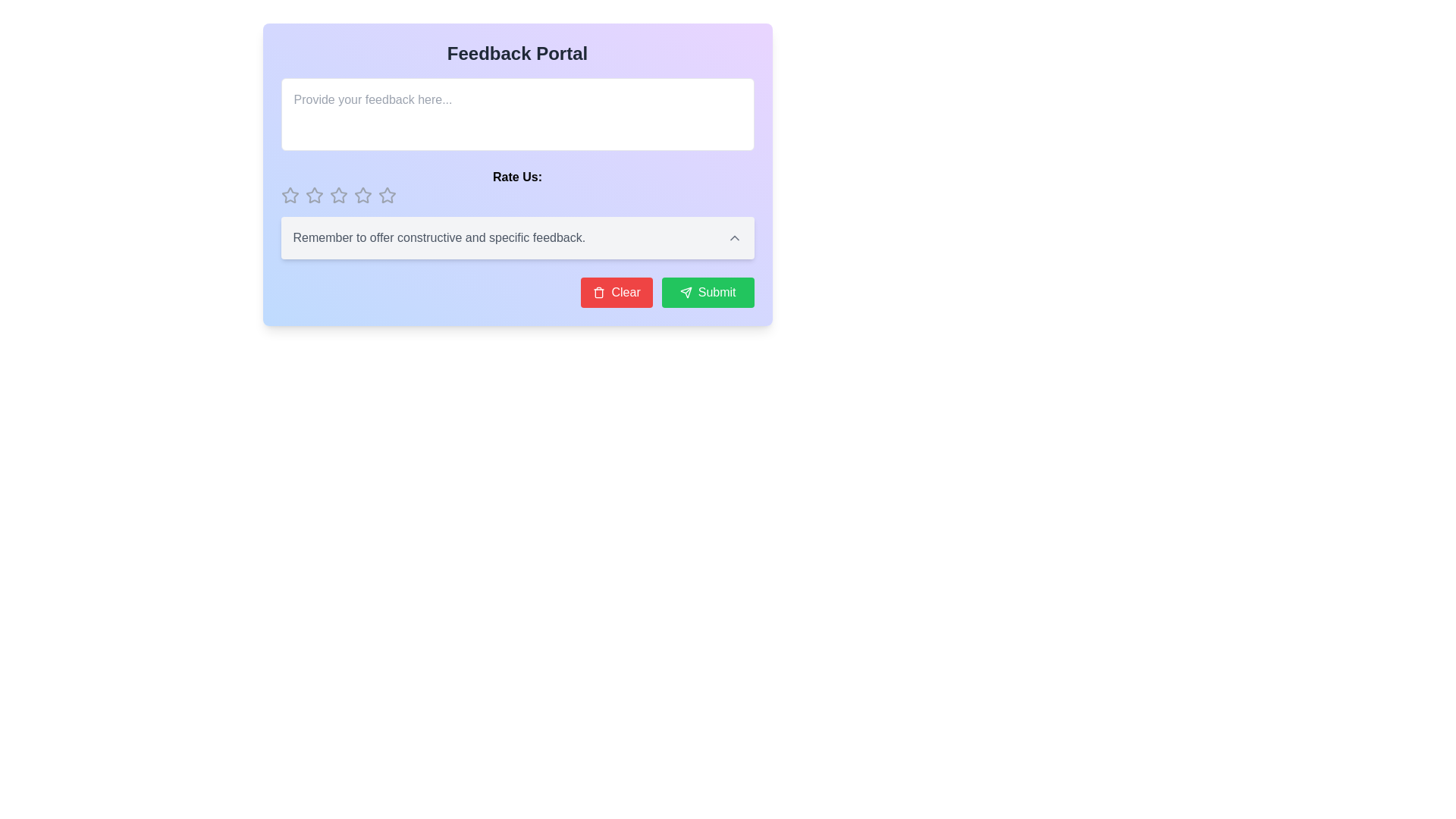 This screenshot has width=1456, height=819. What do you see at coordinates (517, 52) in the screenshot?
I see `the Text Label located at the top of a rounded, gradient-colored box, which serves as a descriptive title for the section` at bounding box center [517, 52].